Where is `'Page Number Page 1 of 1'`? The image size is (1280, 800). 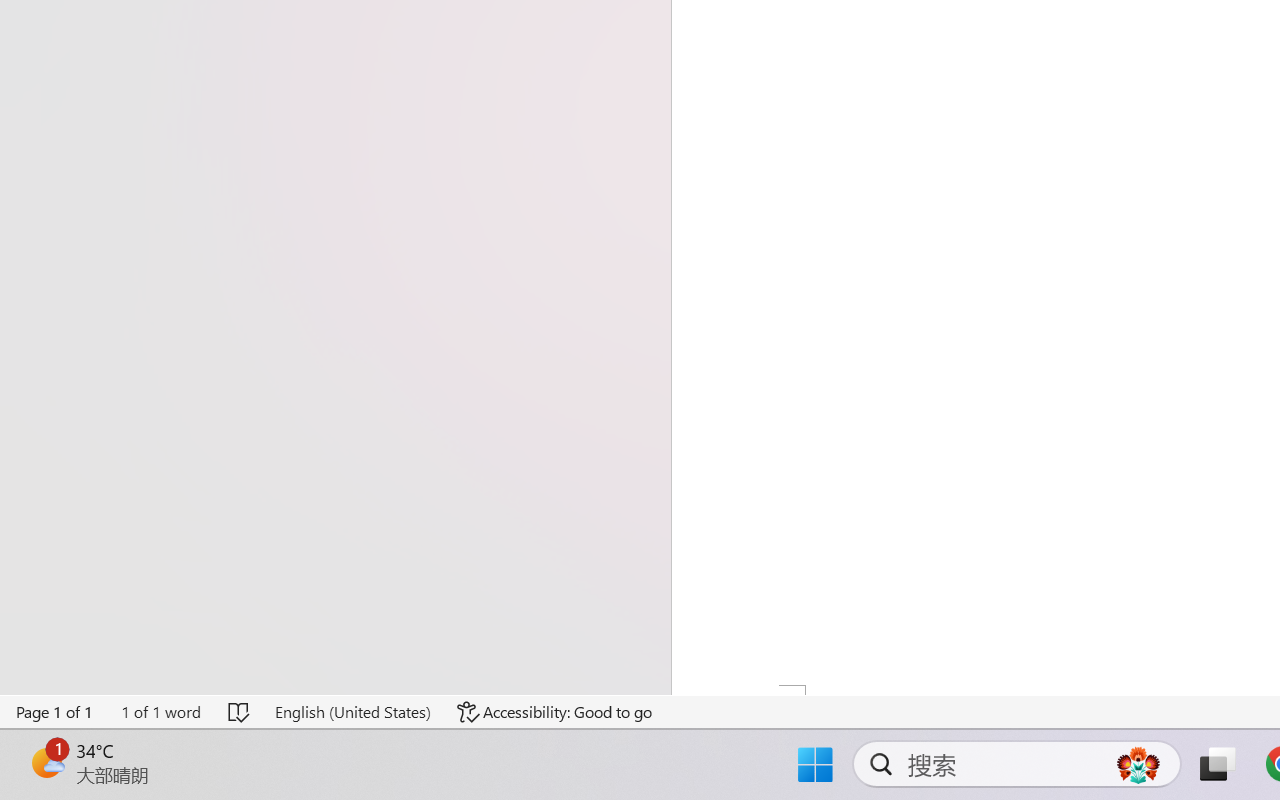 'Page Number Page 1 of 1' is located at coordinates (55, 711).